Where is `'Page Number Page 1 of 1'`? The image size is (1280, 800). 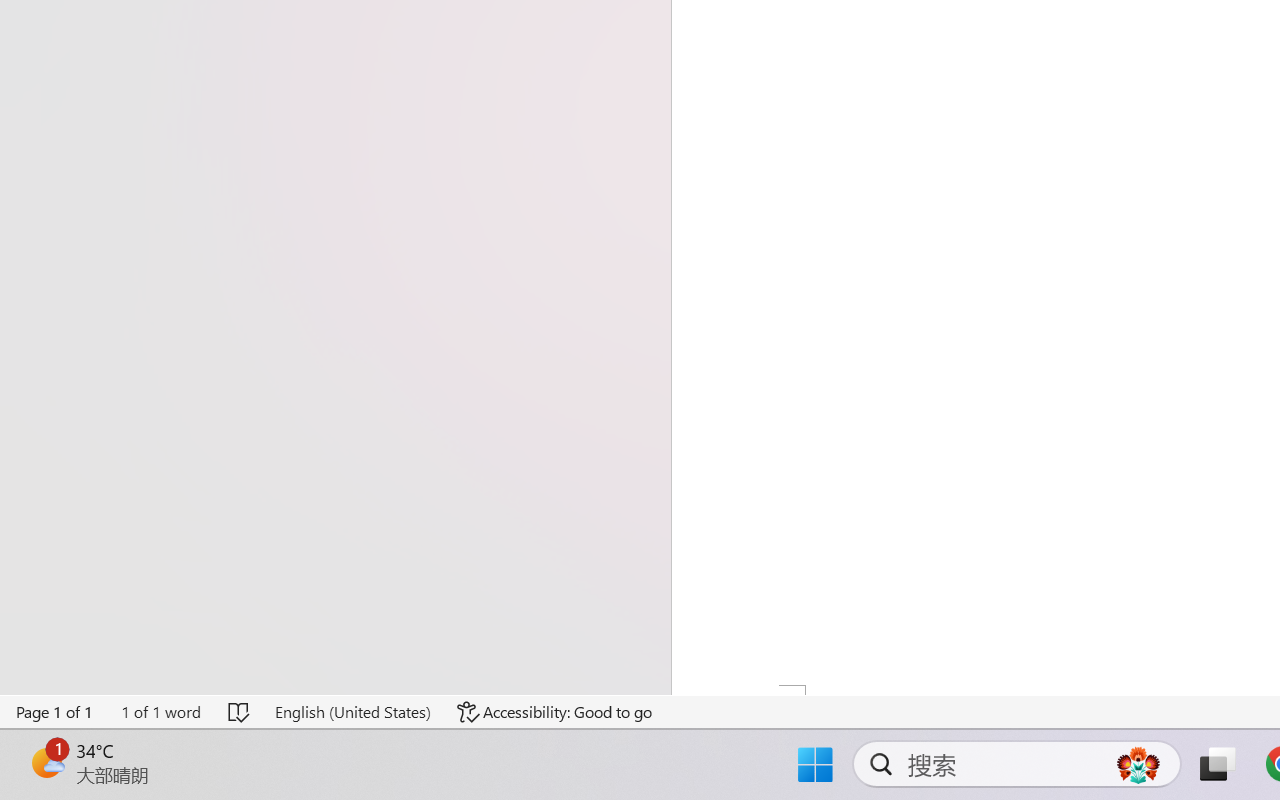 'Page Number Page 1 of 1' is located at coordinates (55, 711).